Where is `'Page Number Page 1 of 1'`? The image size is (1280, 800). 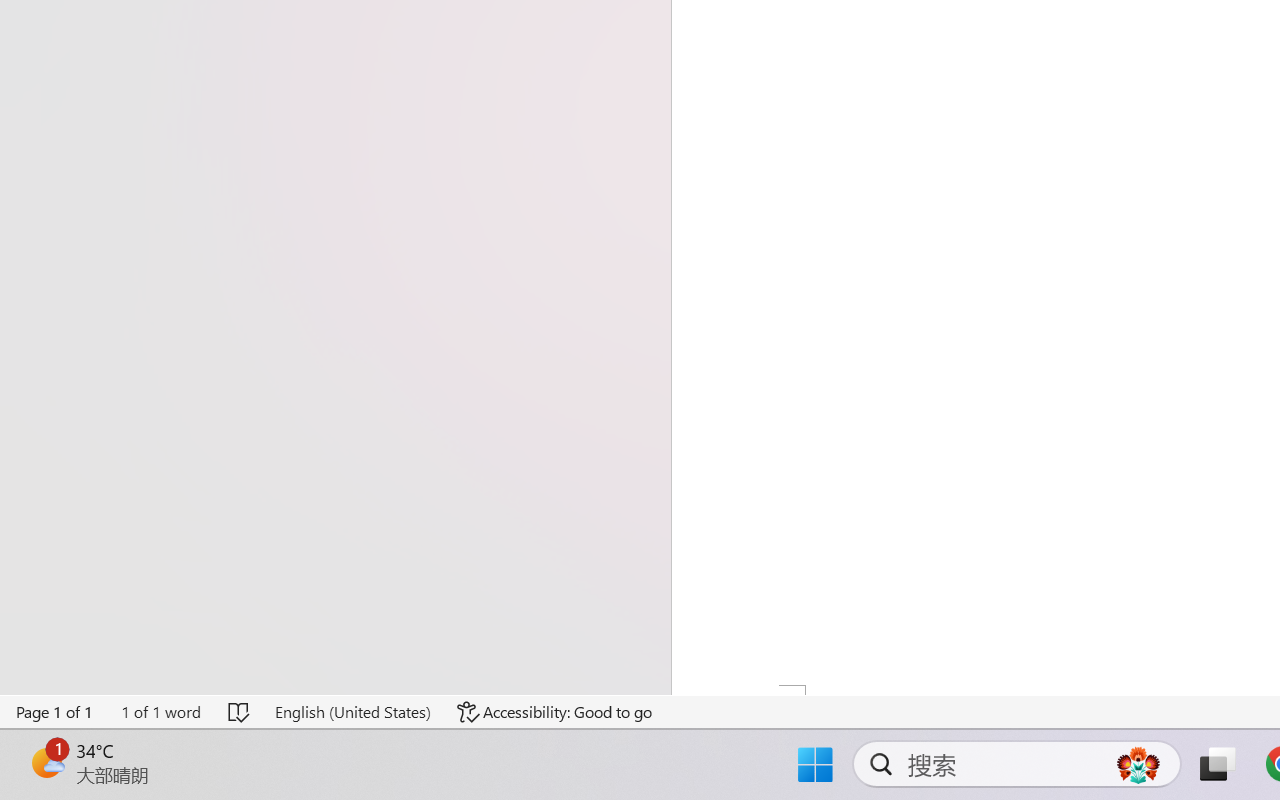 'Page Number Page 1 of 1' is located at coordinates (55, 711).